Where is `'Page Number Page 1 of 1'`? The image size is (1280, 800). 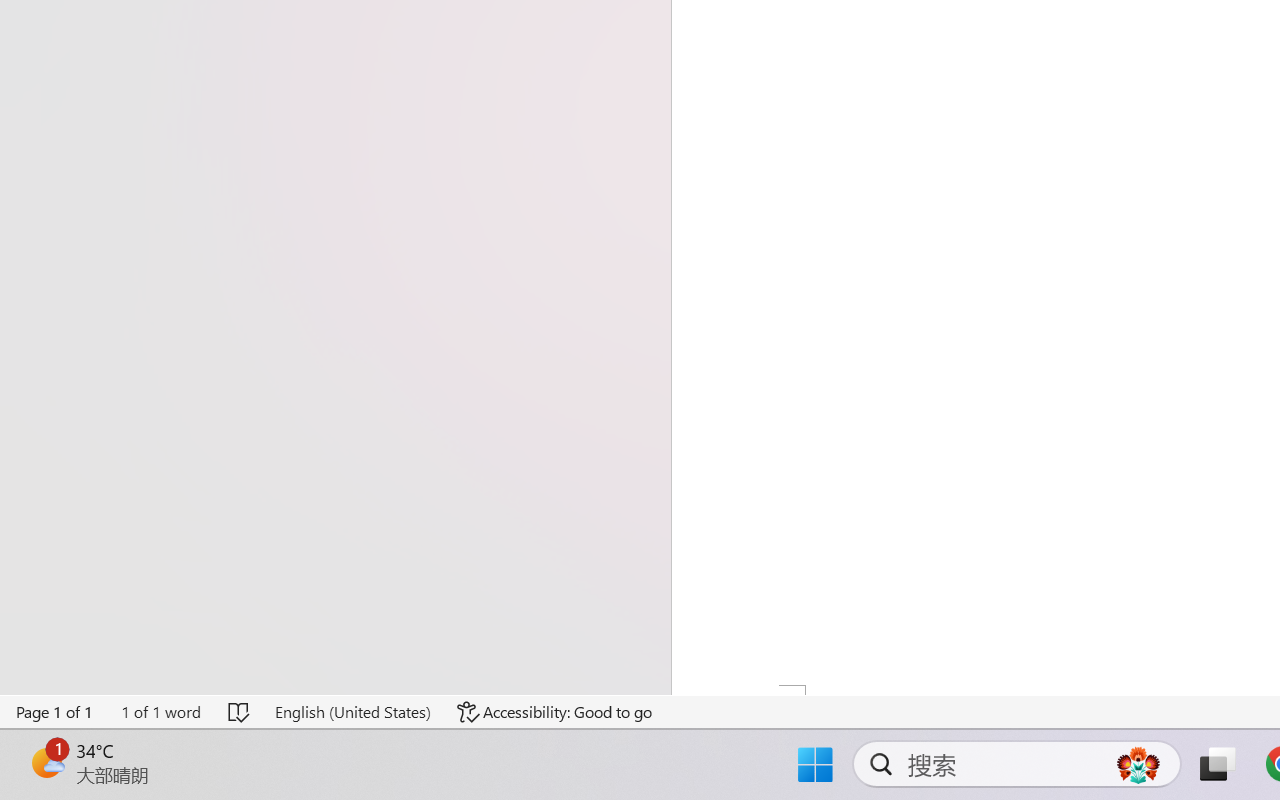 'Page Number Page 1 of 1' is located at coordinates (55, 711).